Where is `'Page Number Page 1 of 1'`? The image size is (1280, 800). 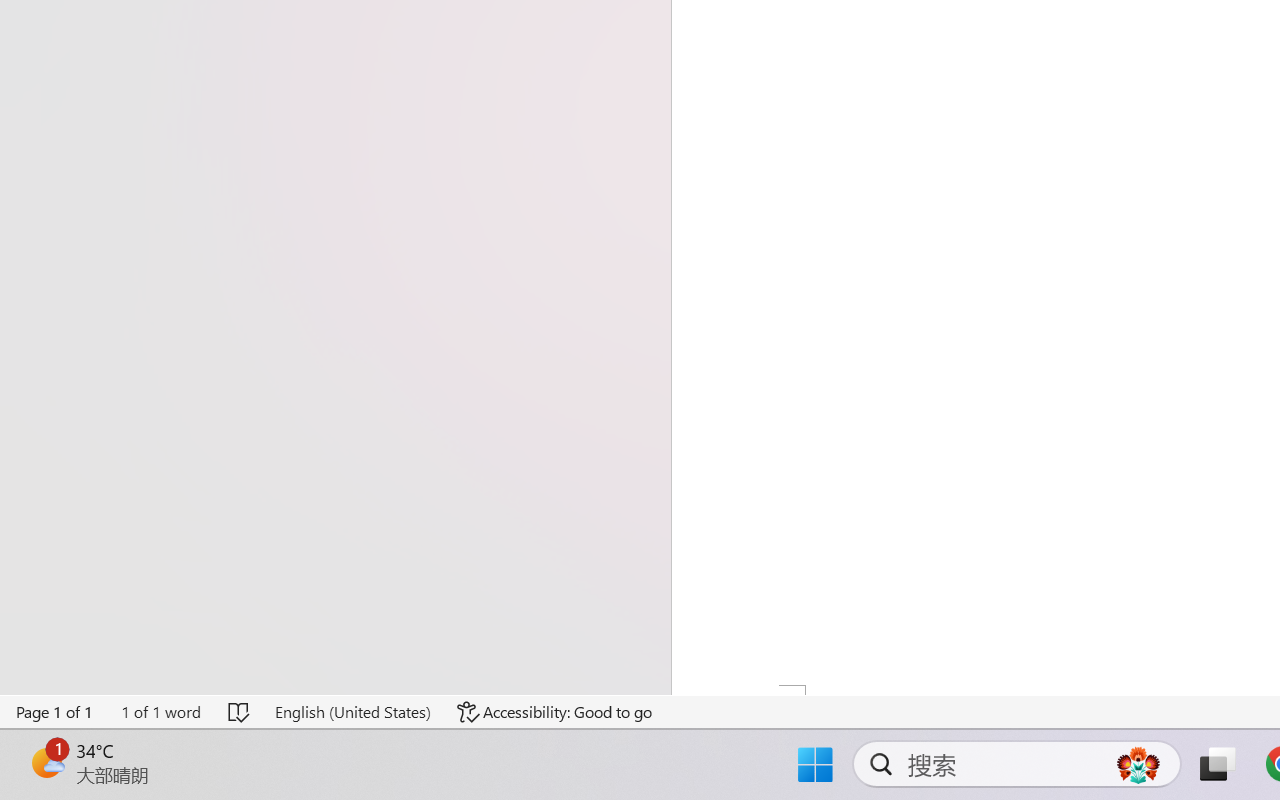 'Page Number Page 1 of 1' is located at coordinates (55, 711).